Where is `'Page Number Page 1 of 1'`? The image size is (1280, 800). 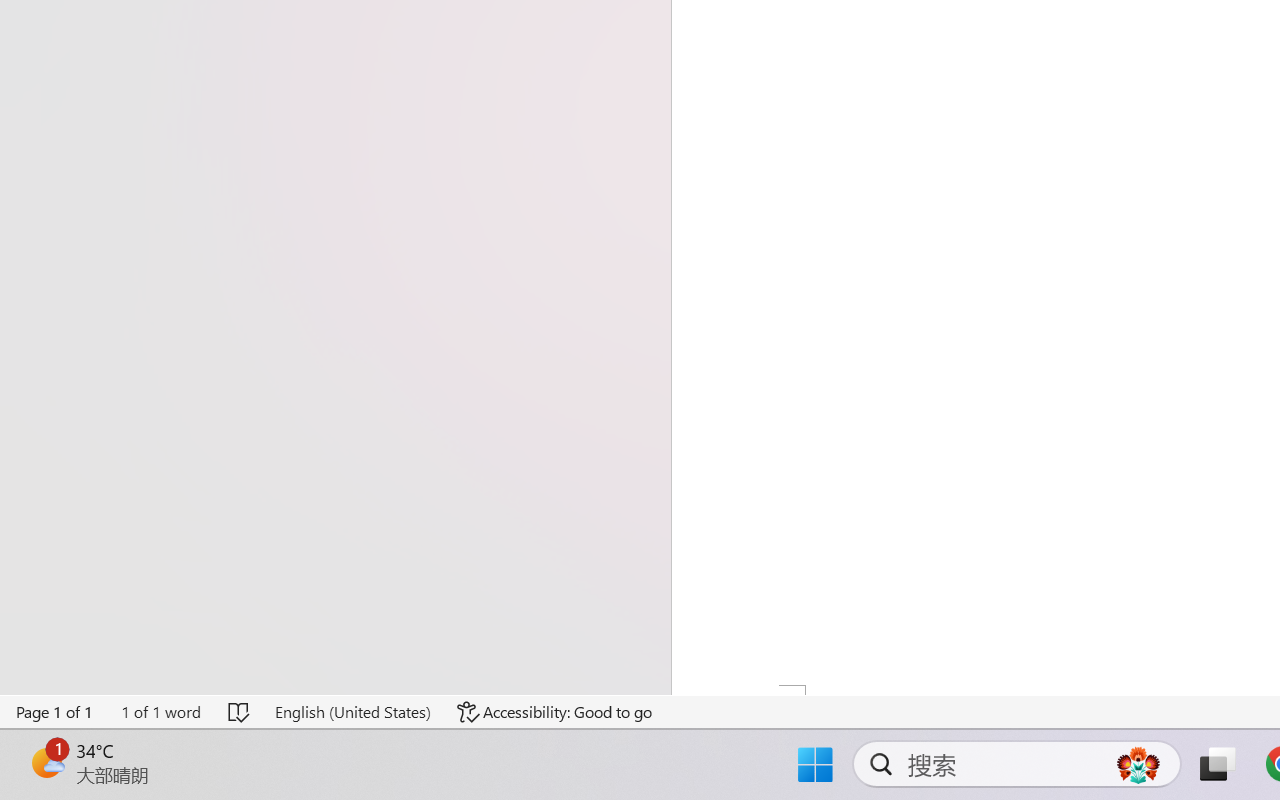 'Page Number Page 1 of 1' is located at coordinates (55, 711).